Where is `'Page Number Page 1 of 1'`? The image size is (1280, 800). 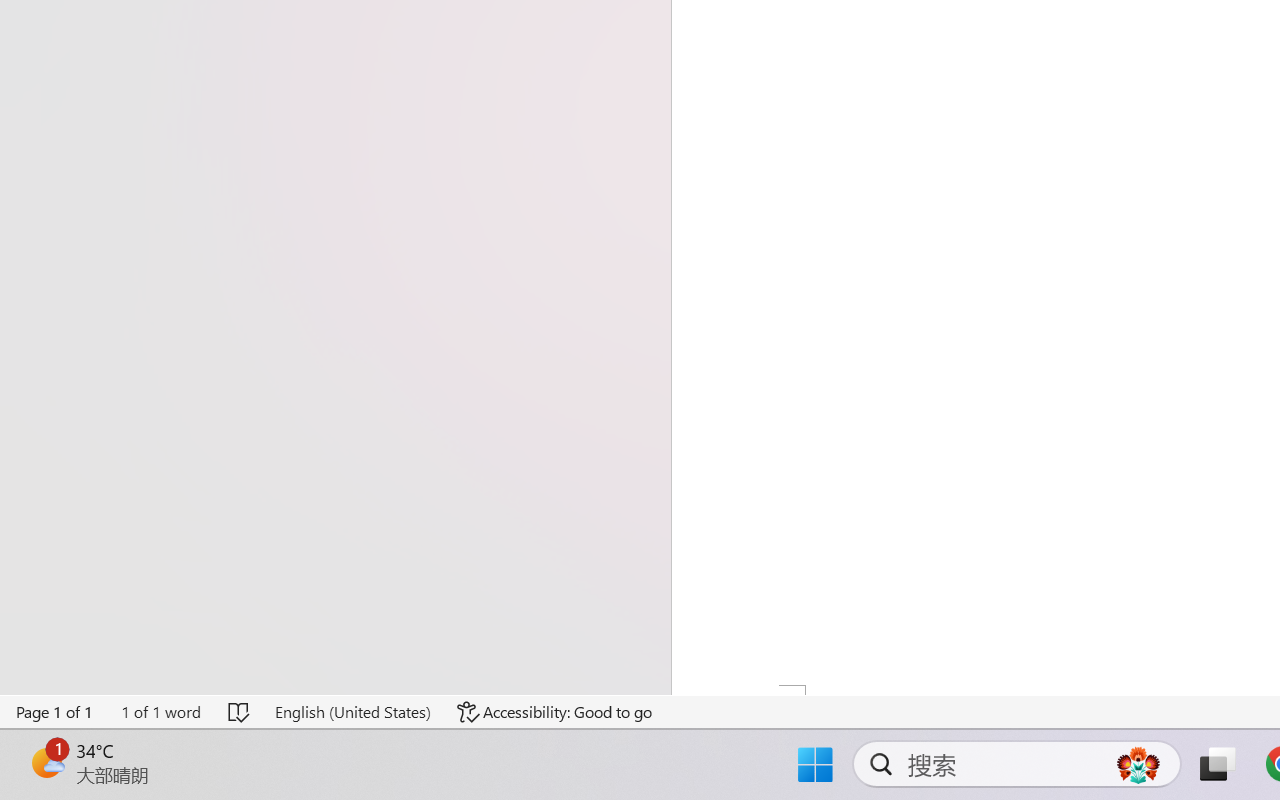 'Page Number Page 1 of 1' is located at coordinates (55, 711).